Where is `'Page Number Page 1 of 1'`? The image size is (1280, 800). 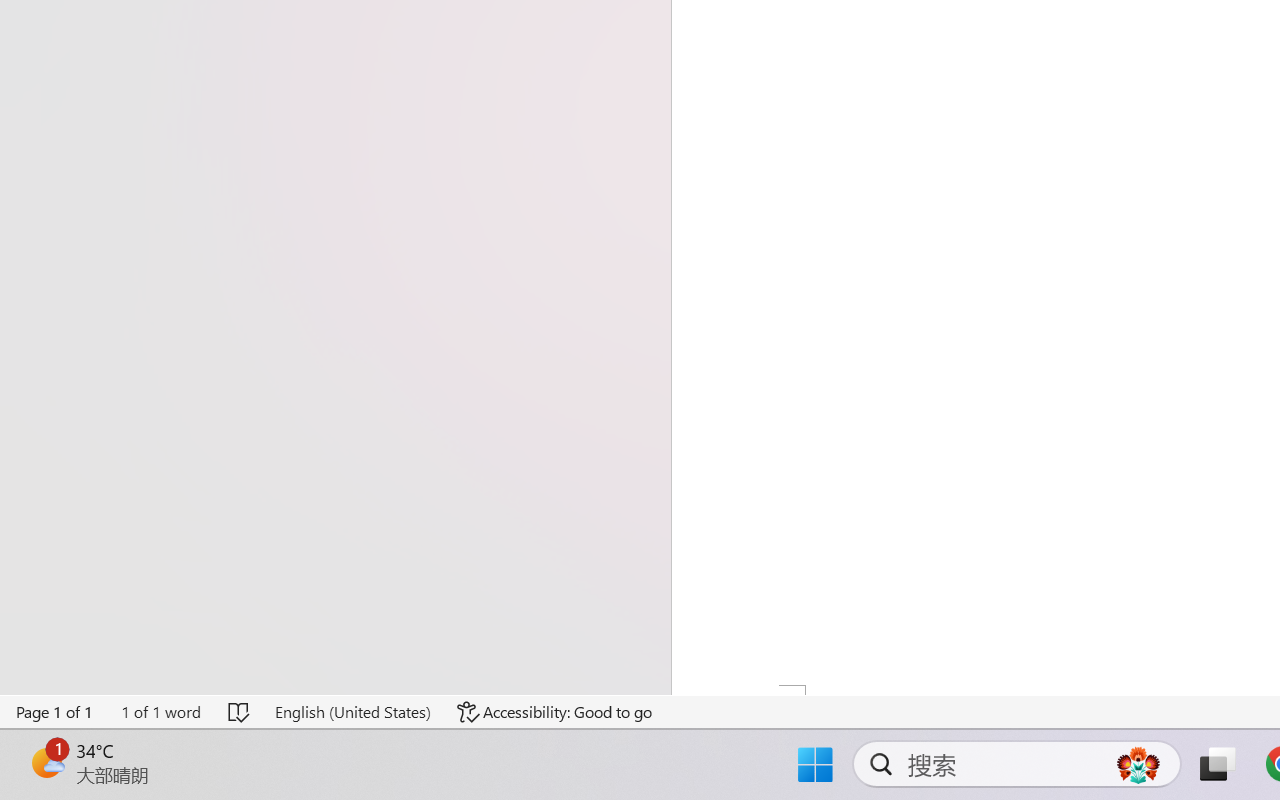 'Page Number Page 1 of 1' is located at coordinates (55, 711).